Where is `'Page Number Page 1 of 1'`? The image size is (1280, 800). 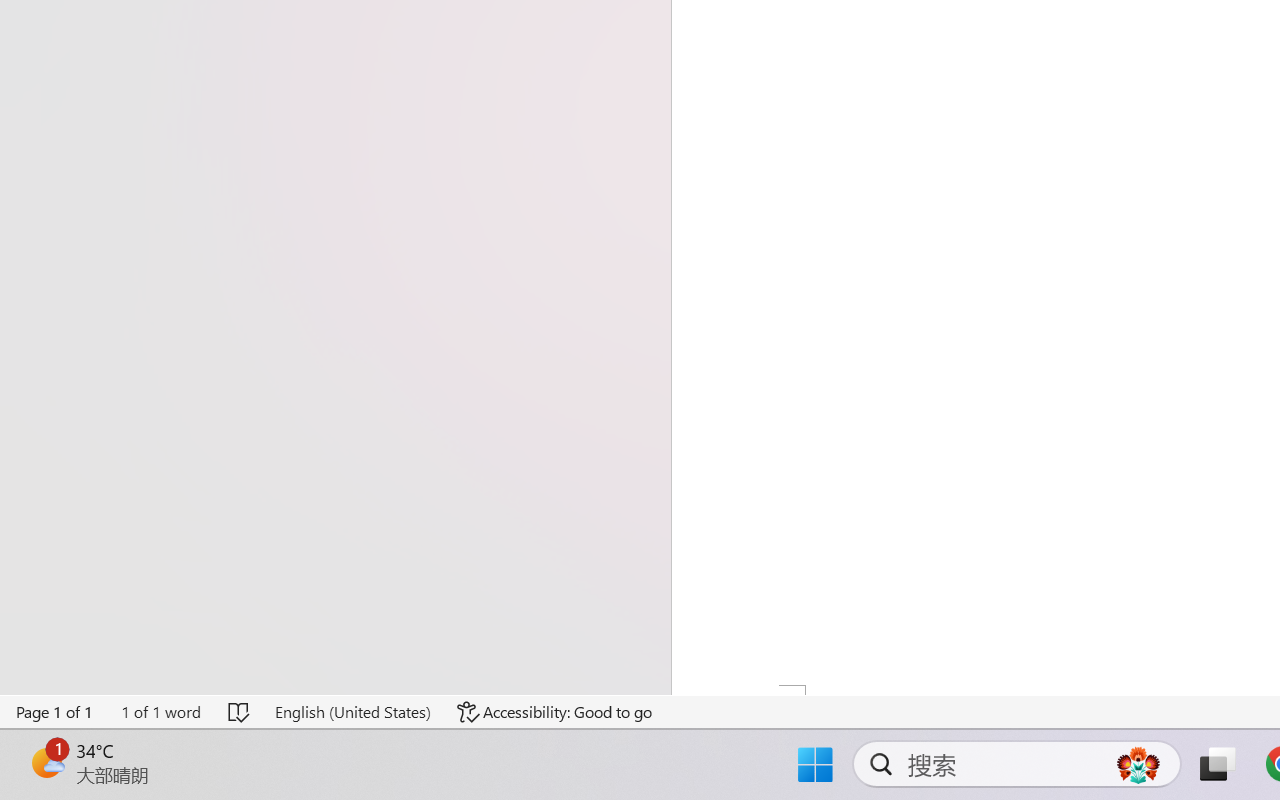 'Page Number Page 1 of 1' is located at coordinates (55, 711).